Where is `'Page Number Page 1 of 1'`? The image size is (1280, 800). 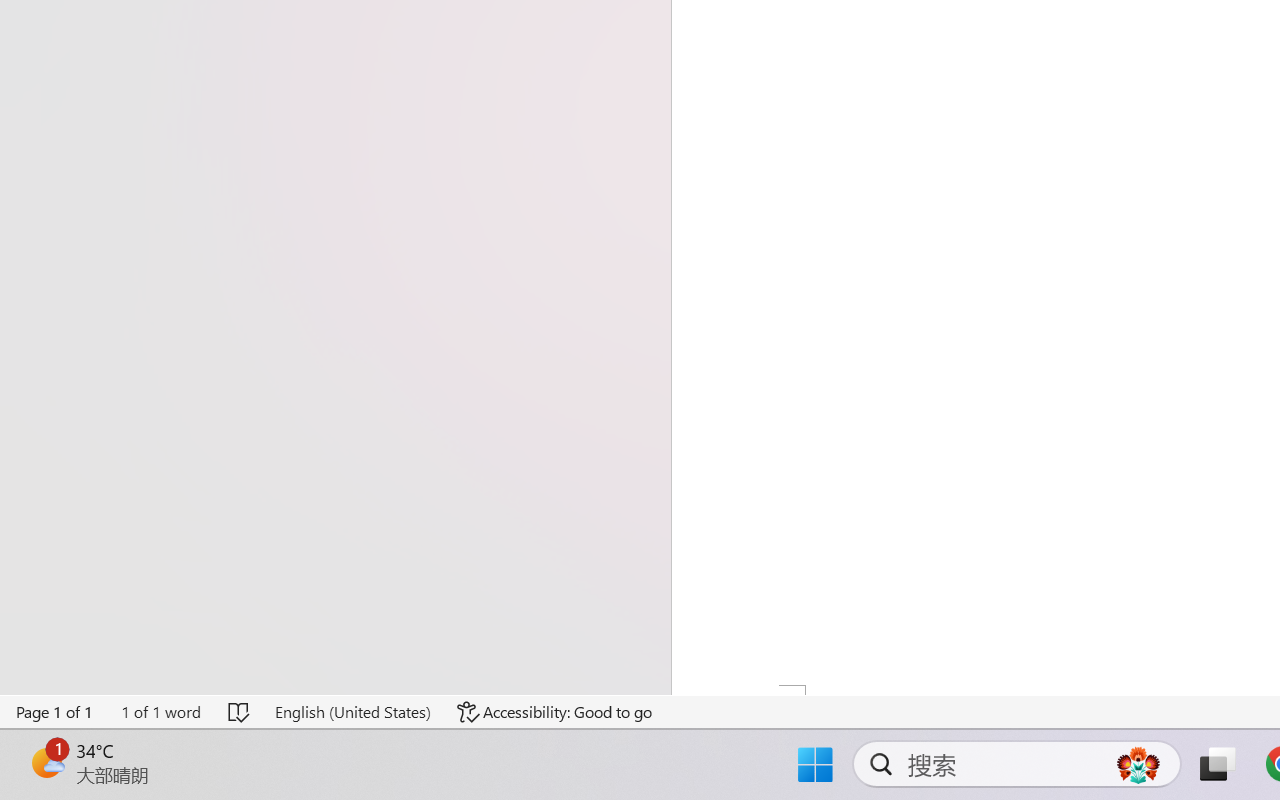 'Page Number Page 1 of 1' is located at coordinates (55, 711).